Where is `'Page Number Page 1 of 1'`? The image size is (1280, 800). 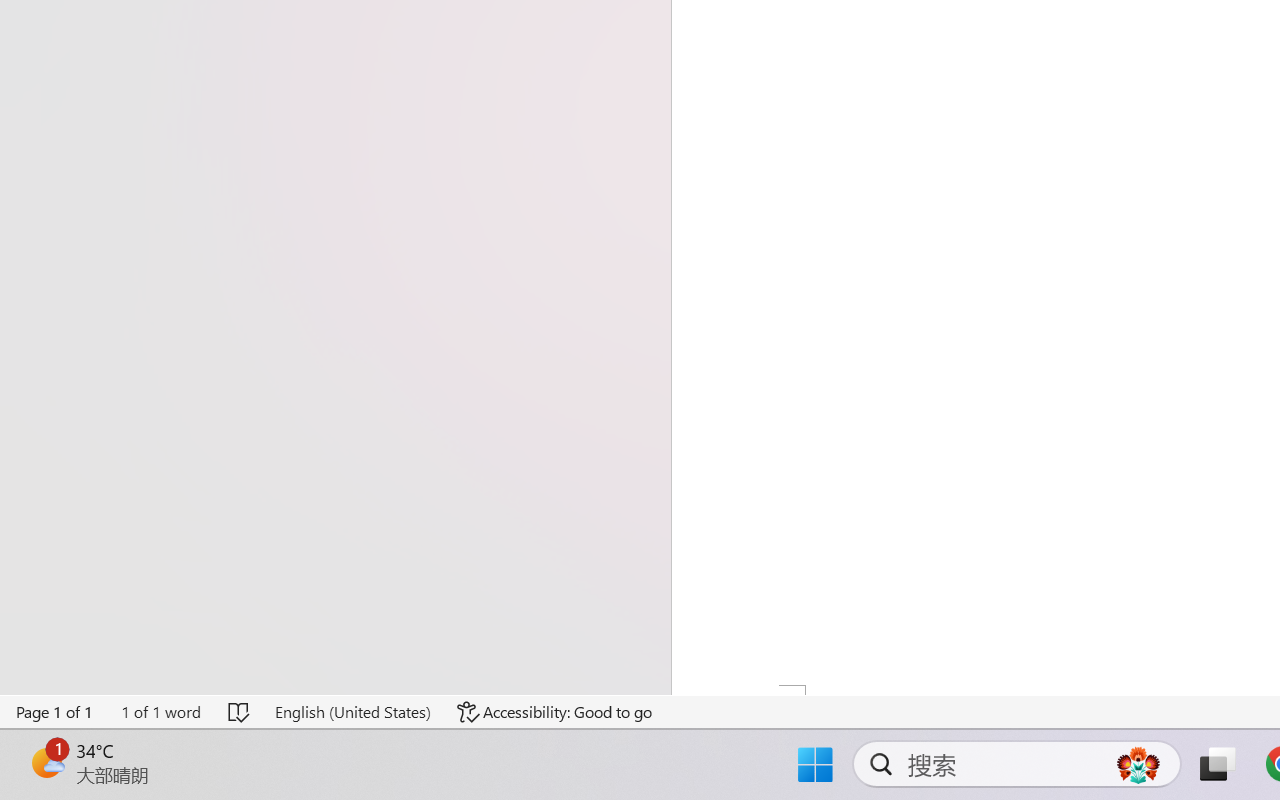 'Page Number Page 1 of 1' is located at coordinates (55, 711).